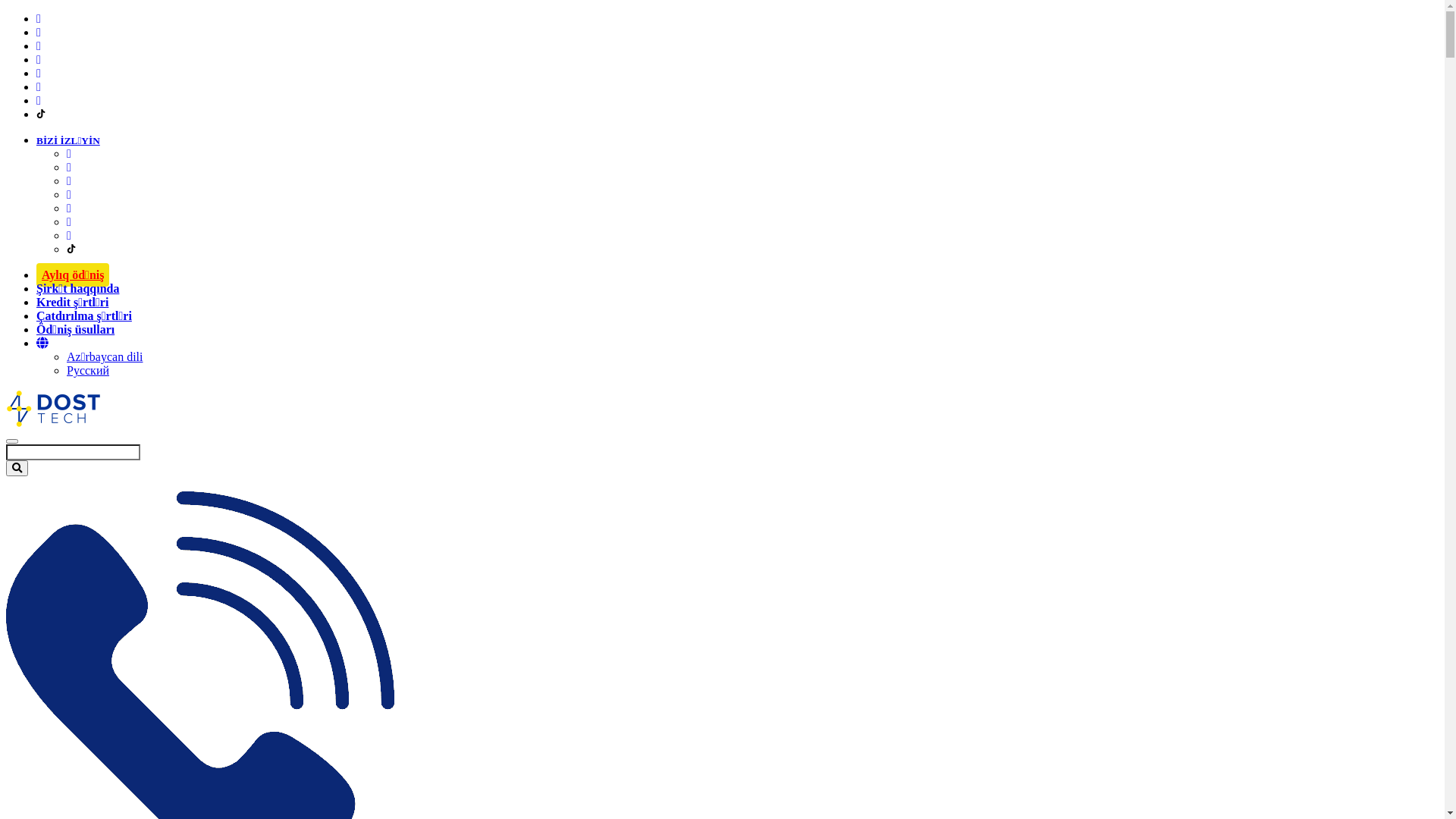  What do you see at coordinates (68, 180) in the screenshot?
I see `'Linkedin'` at bounding box center [68, 180].